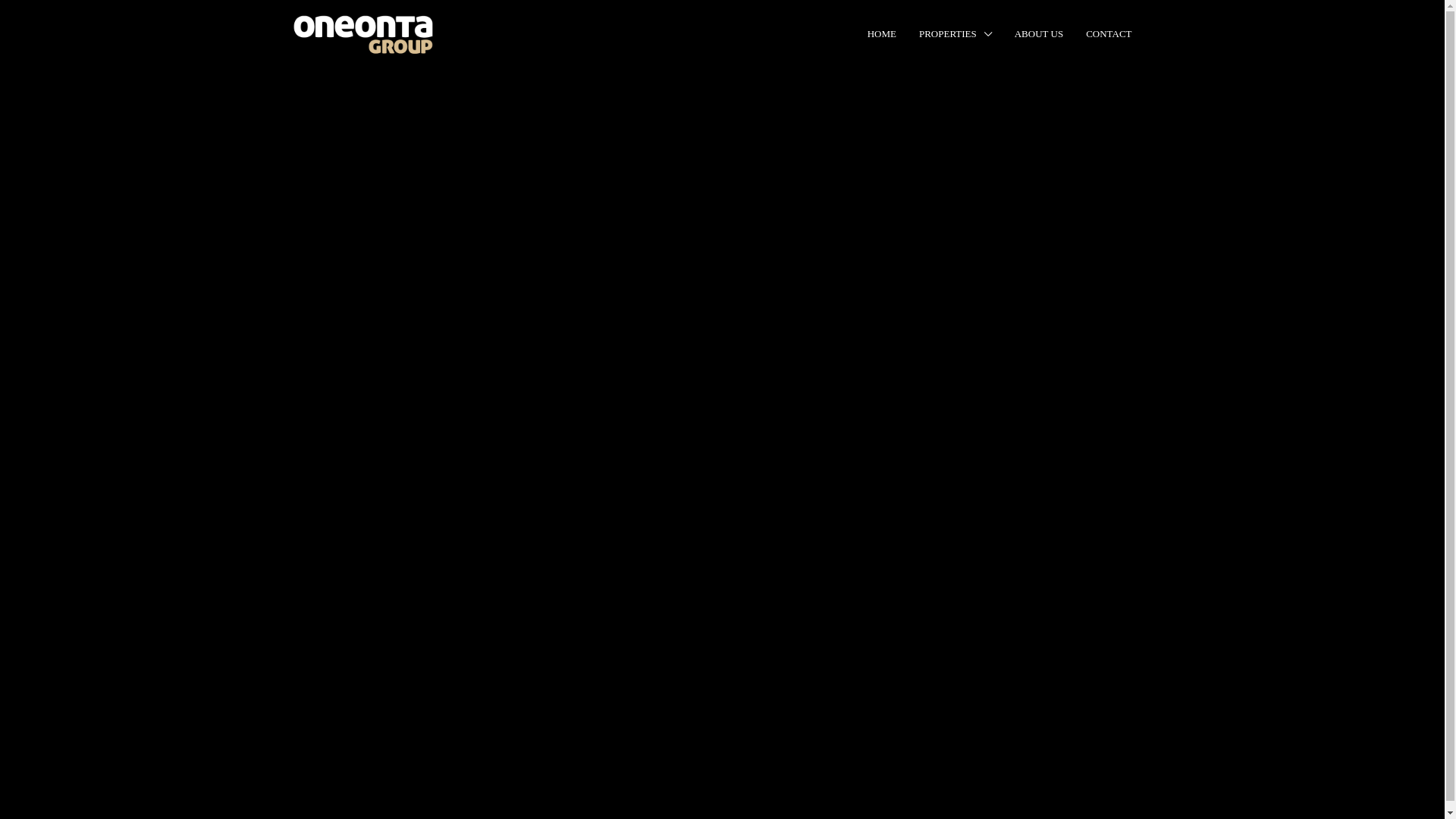 The width and height of the screenshot is (1456, 819). Describe the element at coordinates (954, 34) in the screenshot. I see `'PROPERTIES'` at that location.